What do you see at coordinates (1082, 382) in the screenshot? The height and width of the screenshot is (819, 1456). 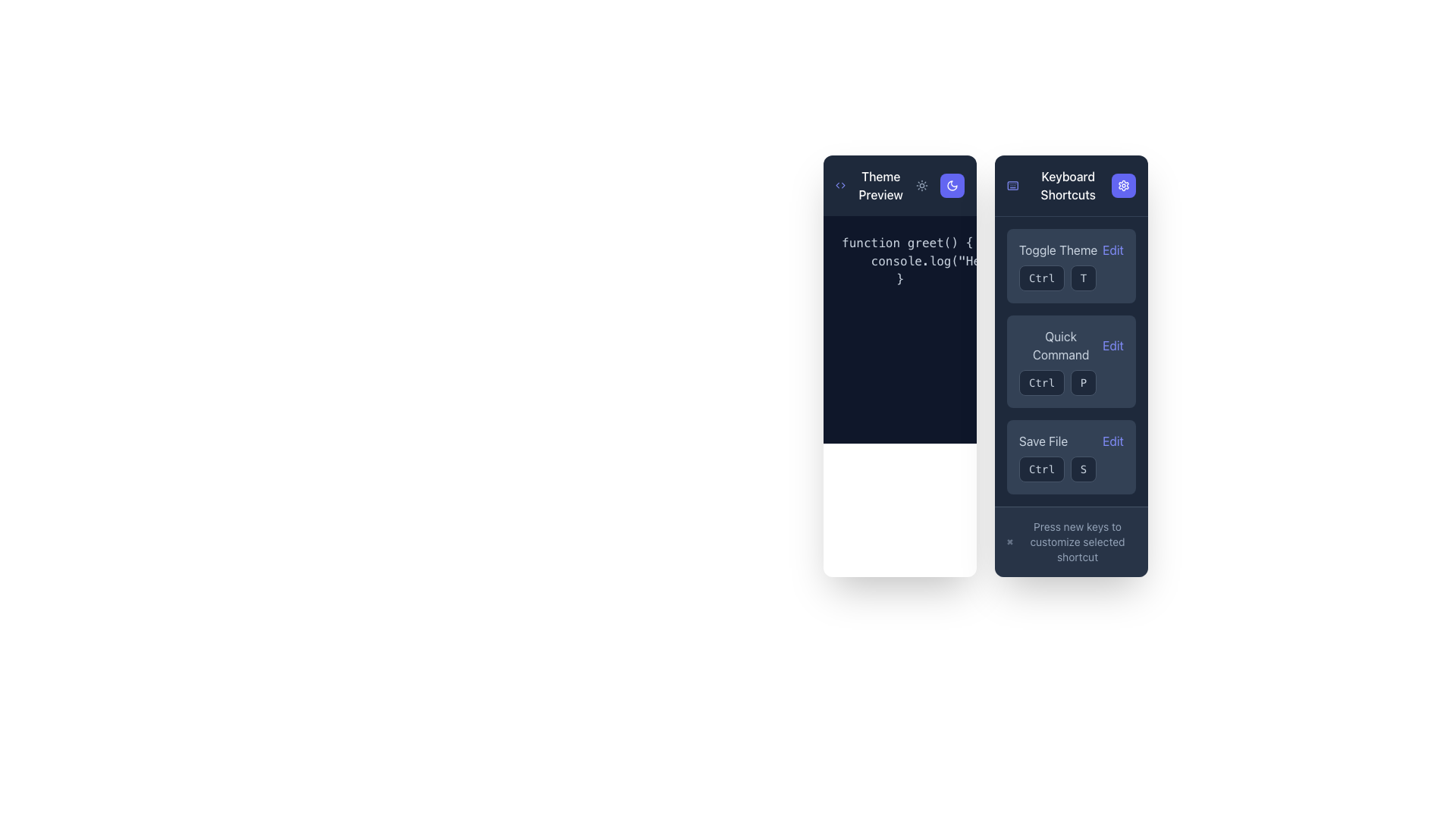 I see `the Text button displaying 'P' which represents part of the keyboard shortcut for the 'Quick Command' action, located within the right-hand pane of the interface` at bounding box center [1082, 382].